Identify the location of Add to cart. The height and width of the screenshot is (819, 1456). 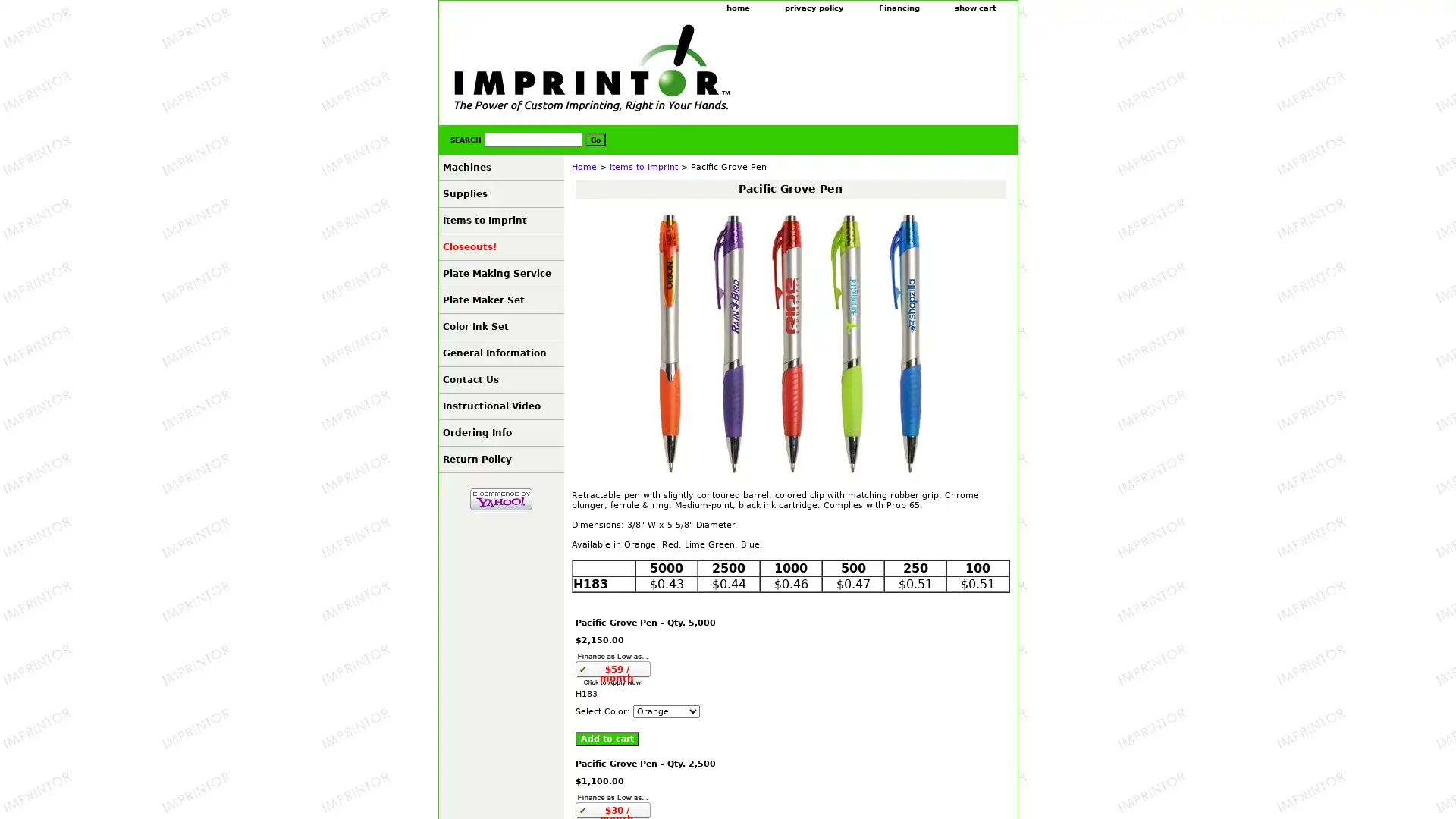
(607, 738).